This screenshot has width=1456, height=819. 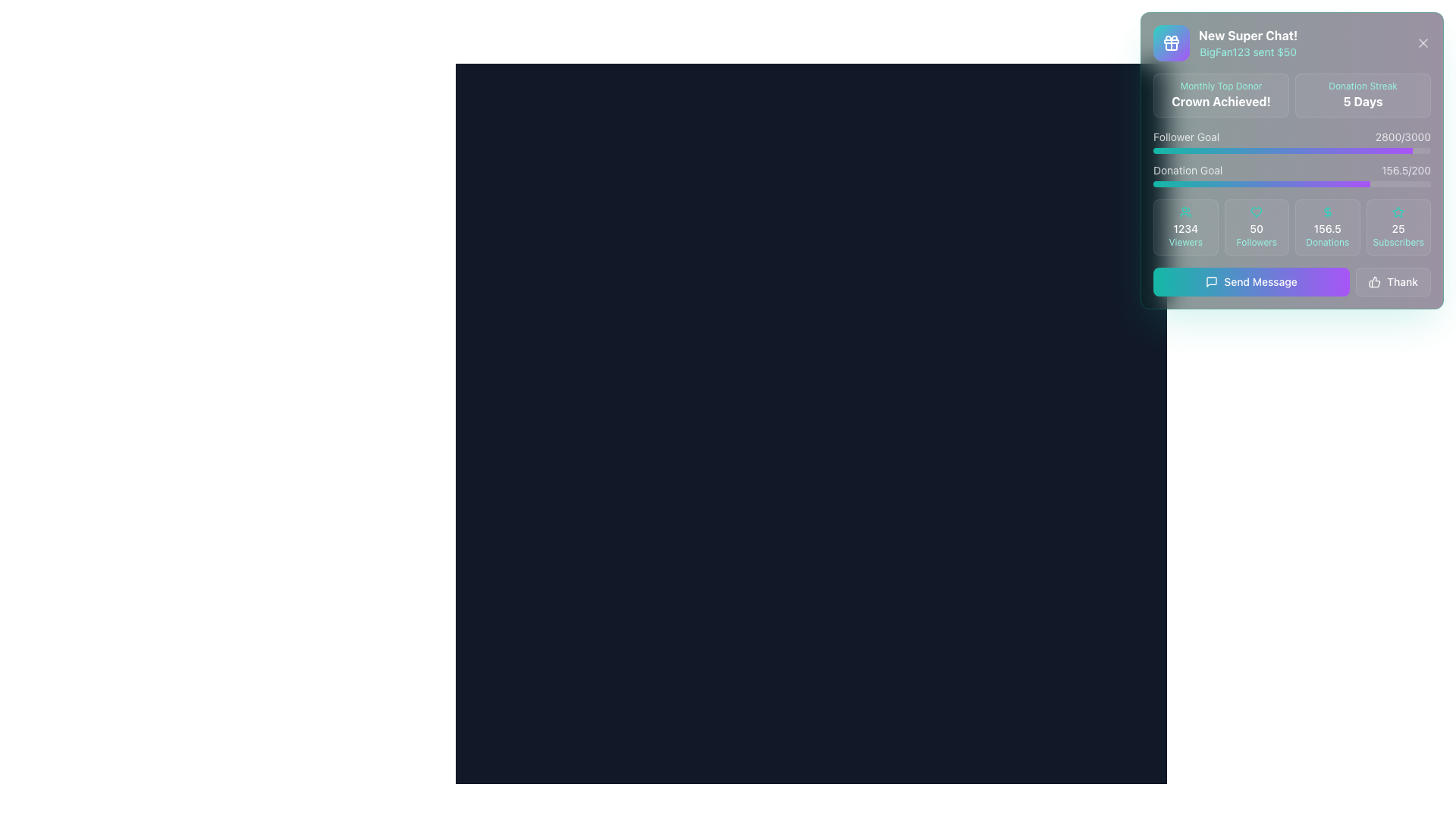 I want to click on the 'Send Message' icon located in the lower-right region of the dialog box, which visually represents the functionality to send a message, so click(x=1211, y=281).